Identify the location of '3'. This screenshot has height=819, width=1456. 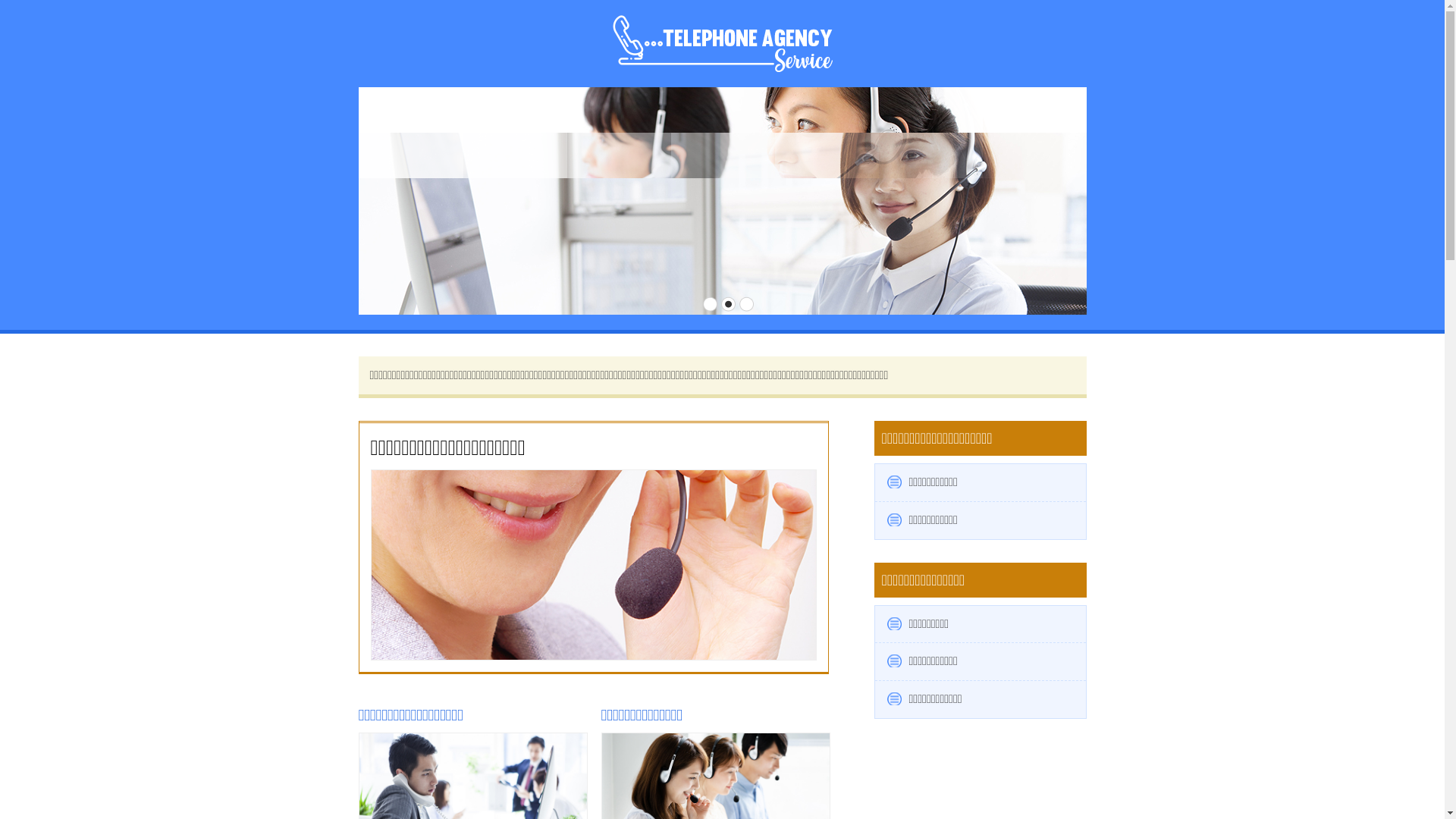
(746, 304).